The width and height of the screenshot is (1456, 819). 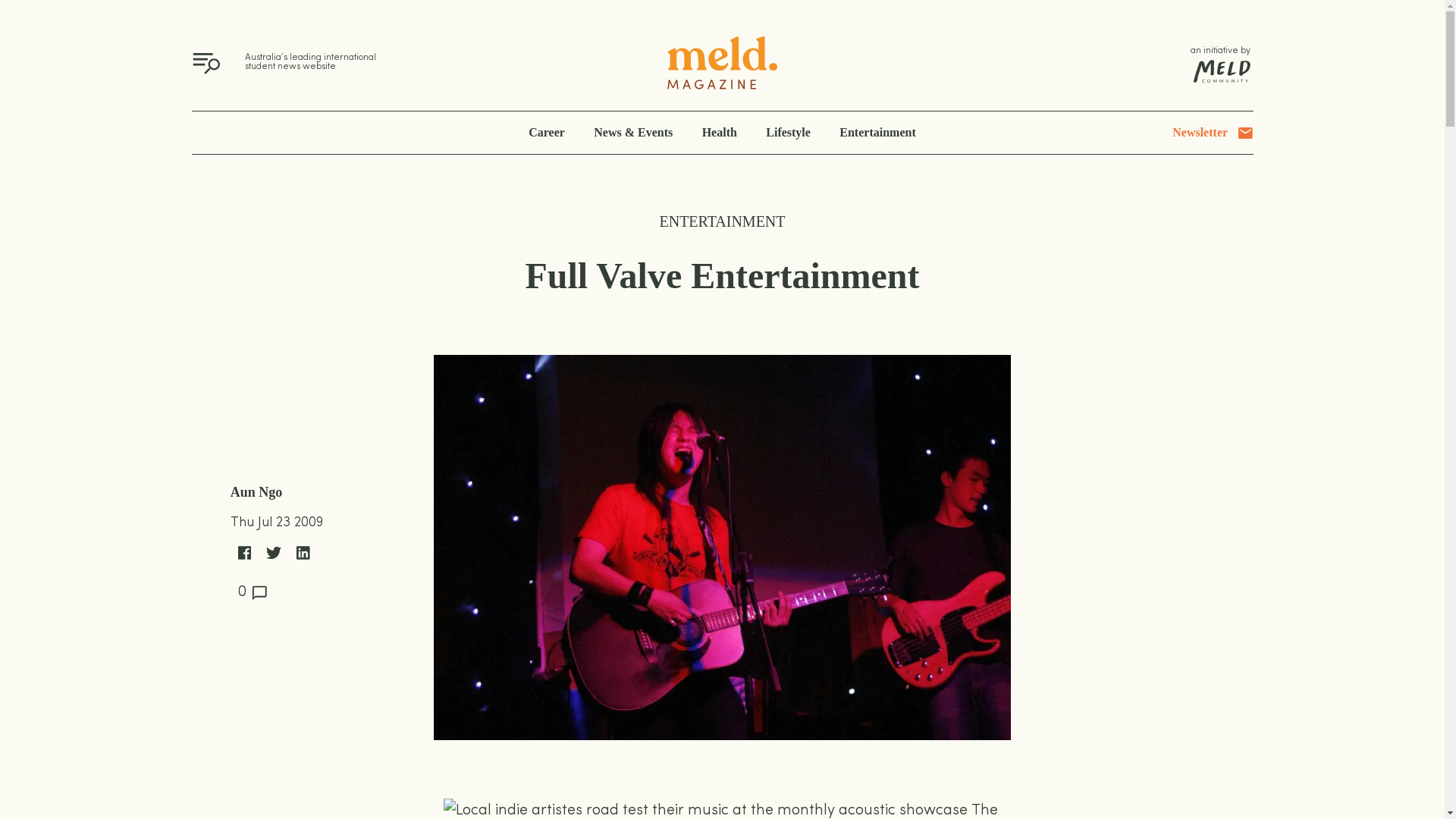 I want to click on 'News & Events', so click(x=592, y=131).